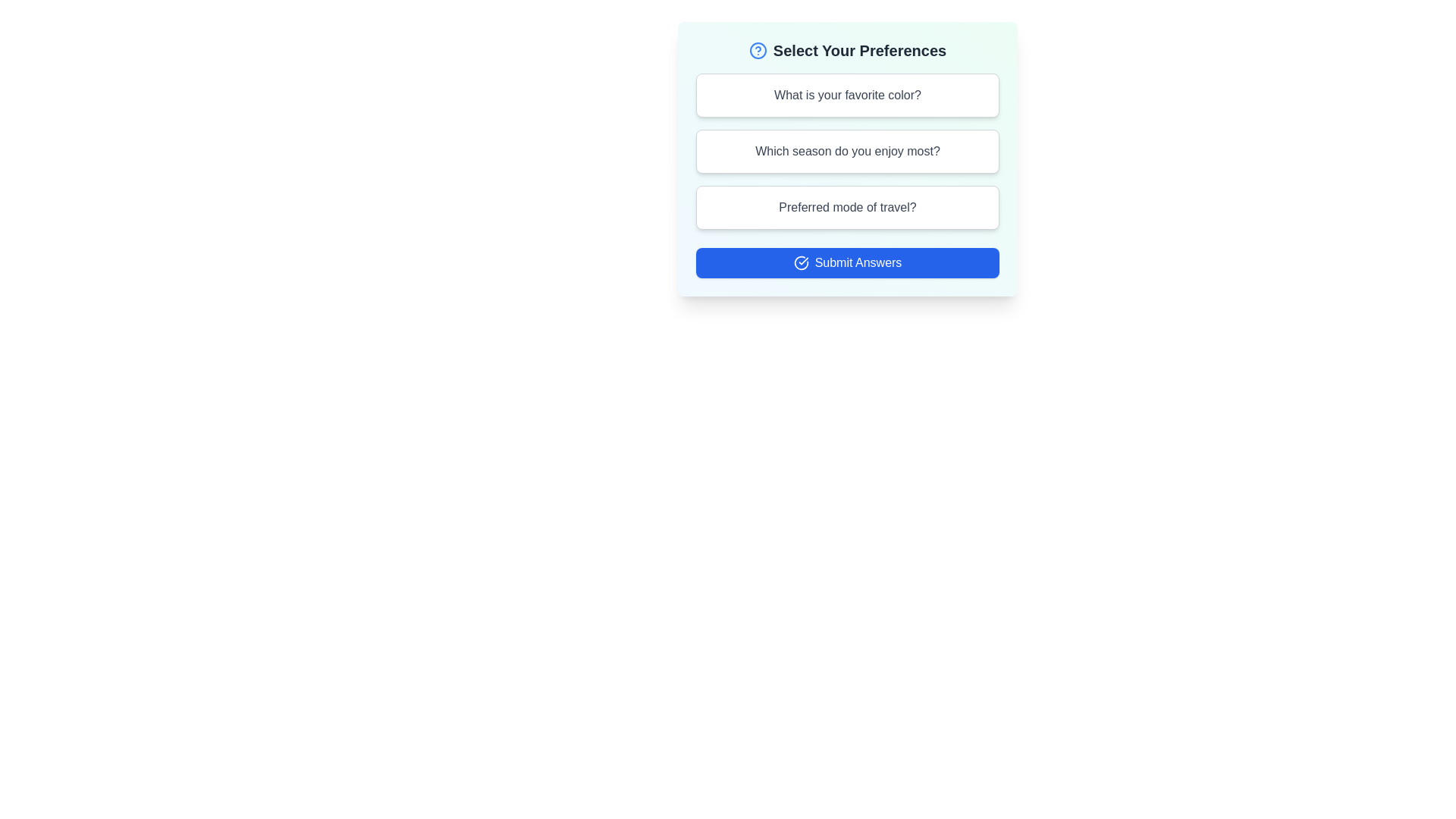  I want to click on the question card labeled 'What is your favorite color?' to preview its selection state, so click(847, 96).